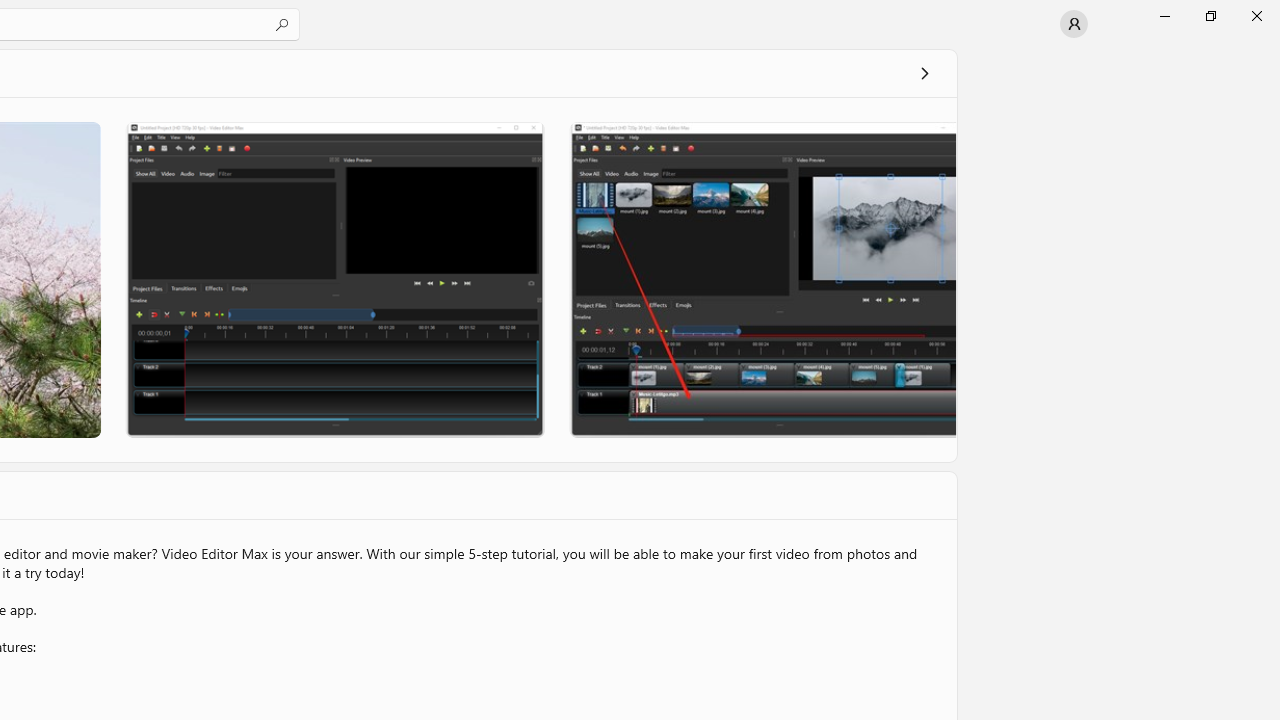 Image resolution: width=1280 pixels, height=720 pixels. Describe the element at coordinates (1209, 15) in the screenshot. I see `'Restore Microsoft Store'` at that location.